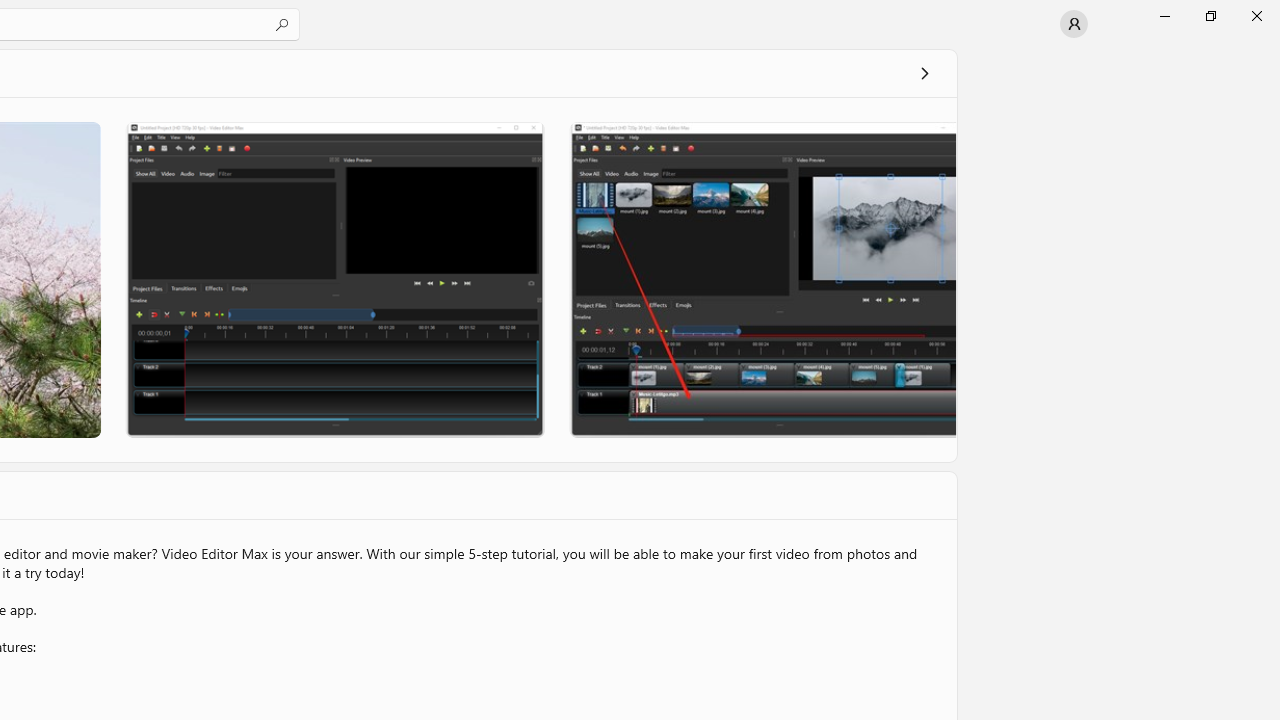 Image resolution: width=1280 pixels, height=720 pixels. Describe the element at coordinates (1209, 15) in the screenshot. I see `'Restore Microsoft Store'` at that location.